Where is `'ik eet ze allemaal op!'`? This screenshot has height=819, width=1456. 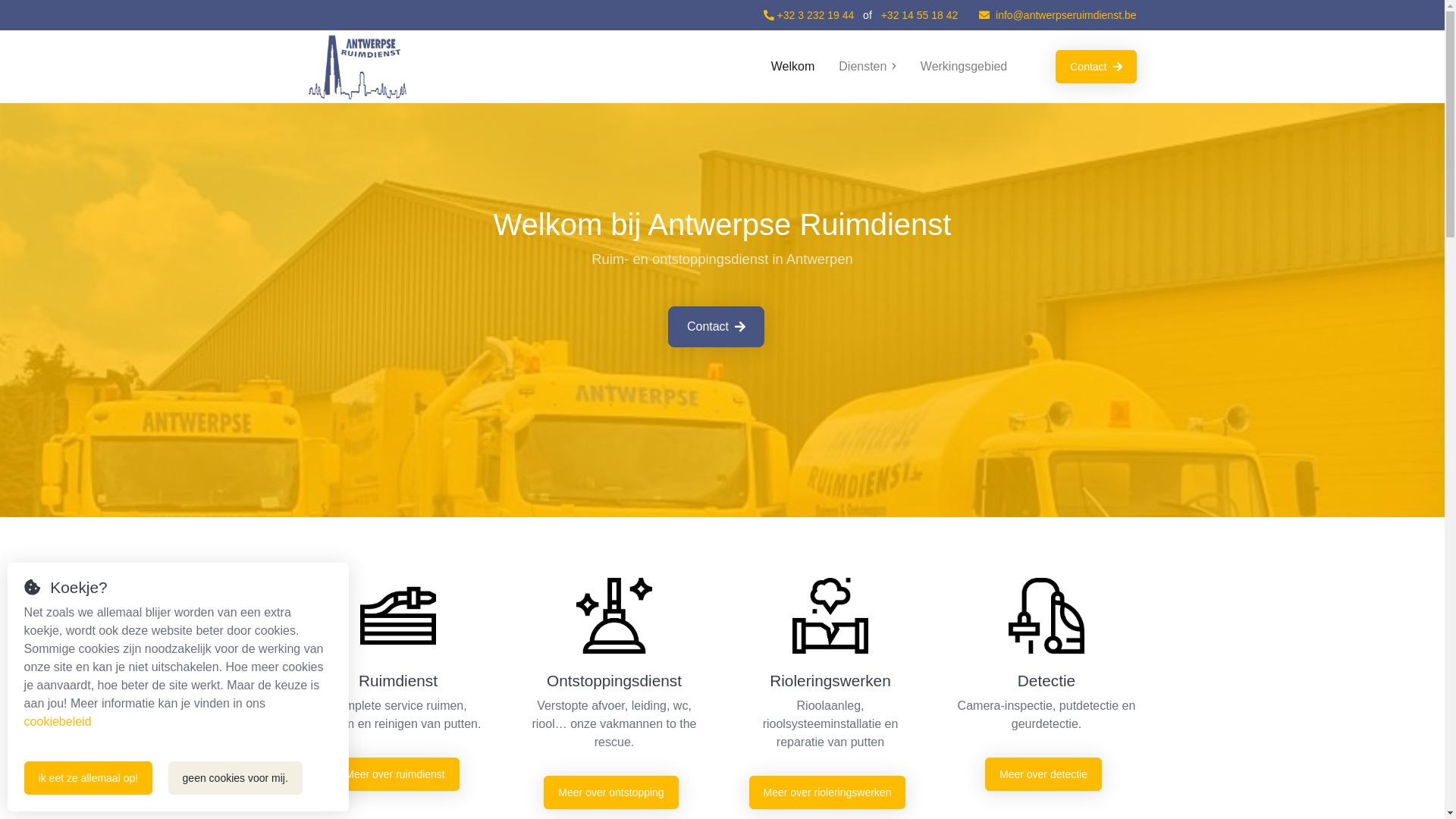
'ik eet ze allemaal op!' is located at coordinates (87, 778).